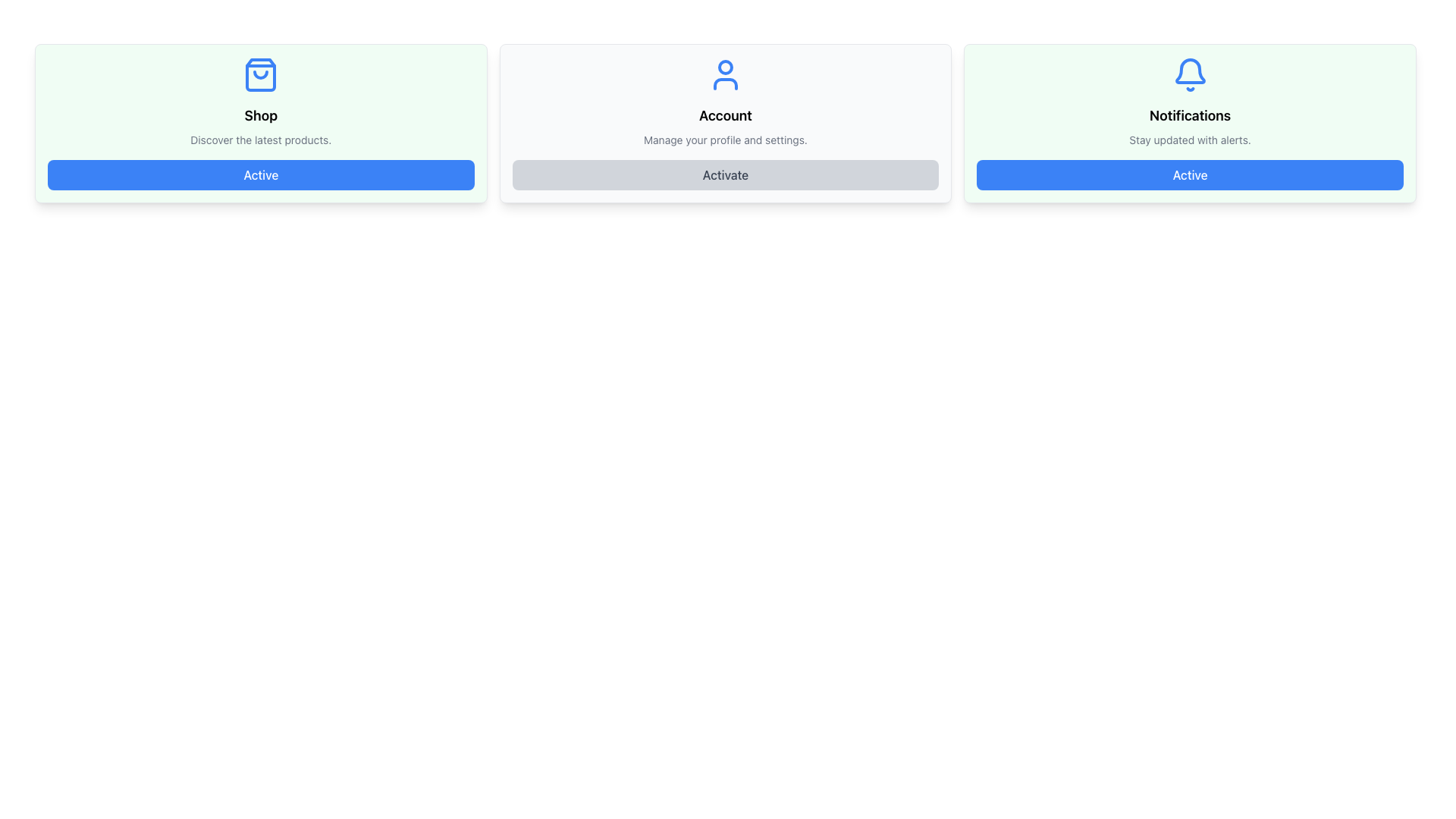 Image resolution: width=1456 pixels, height=819 pixels. Describe the element at coordinates (724, 75) in the screenshot. I see `the user account icon located at the top-center of the 'Account' card in the three-card layout` at that location.